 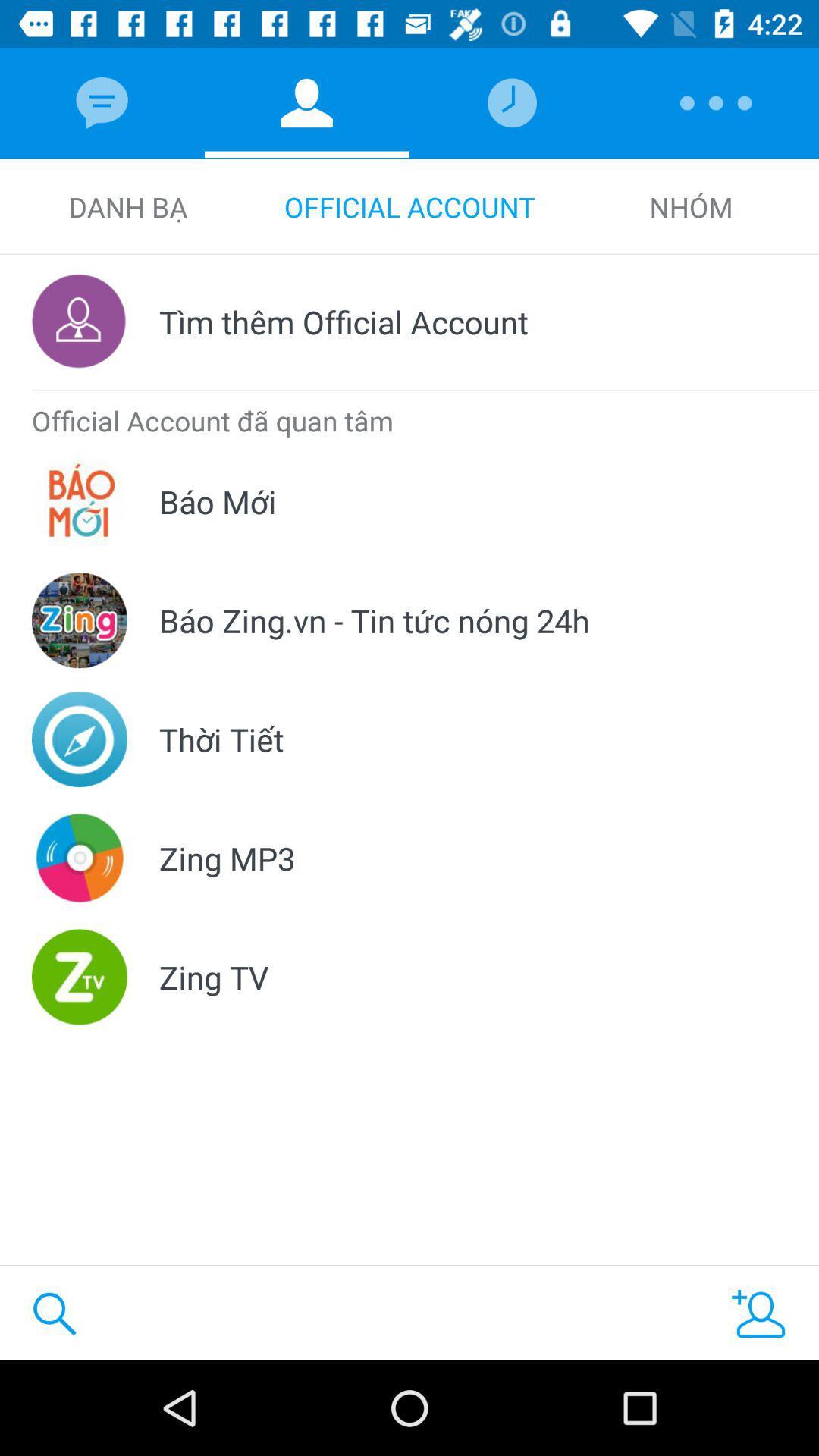 I want to click on the item next to official account item, so click(x=127, y=206).